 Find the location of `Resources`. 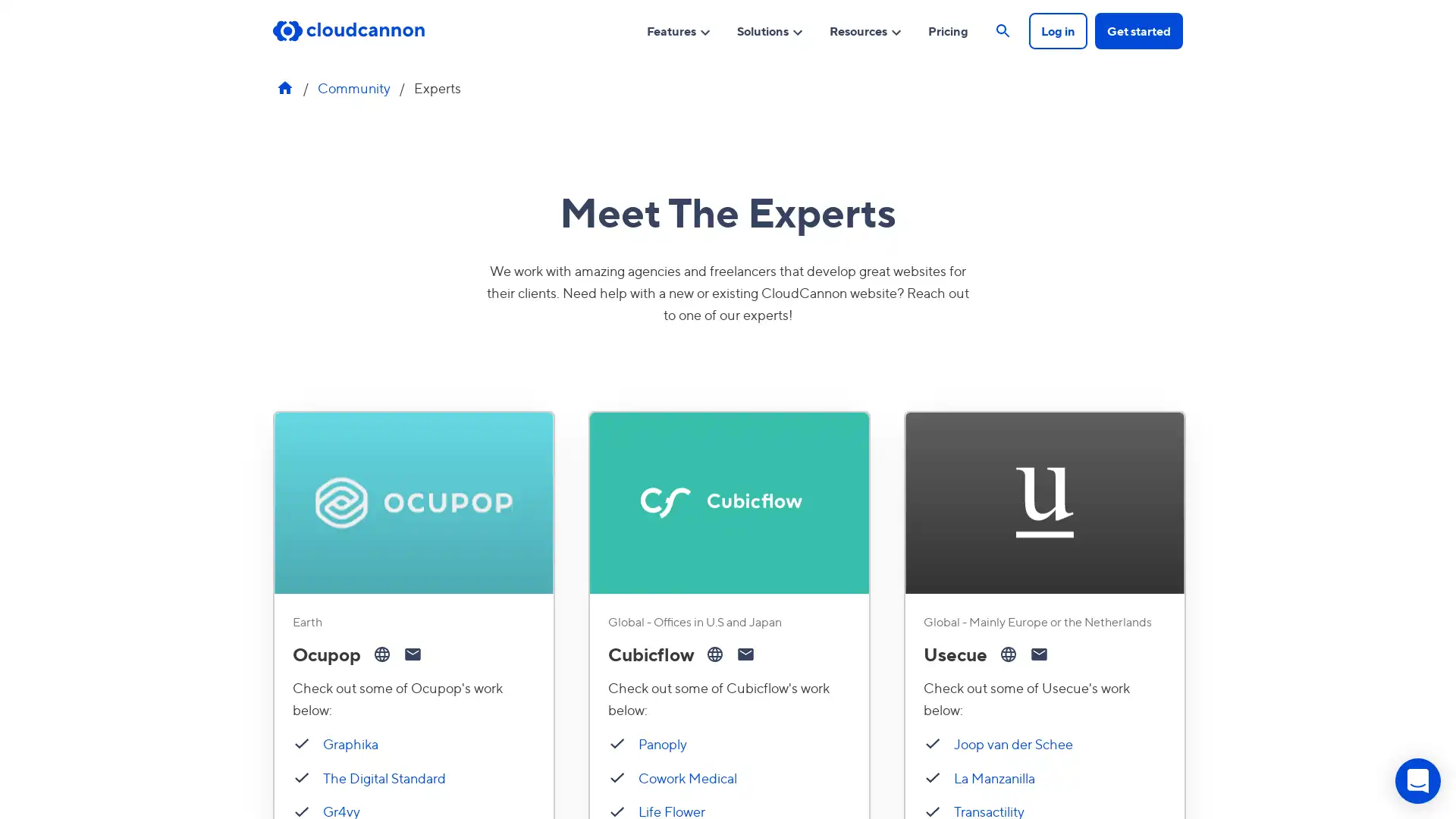

Resources is located at coordinates (866, 30).